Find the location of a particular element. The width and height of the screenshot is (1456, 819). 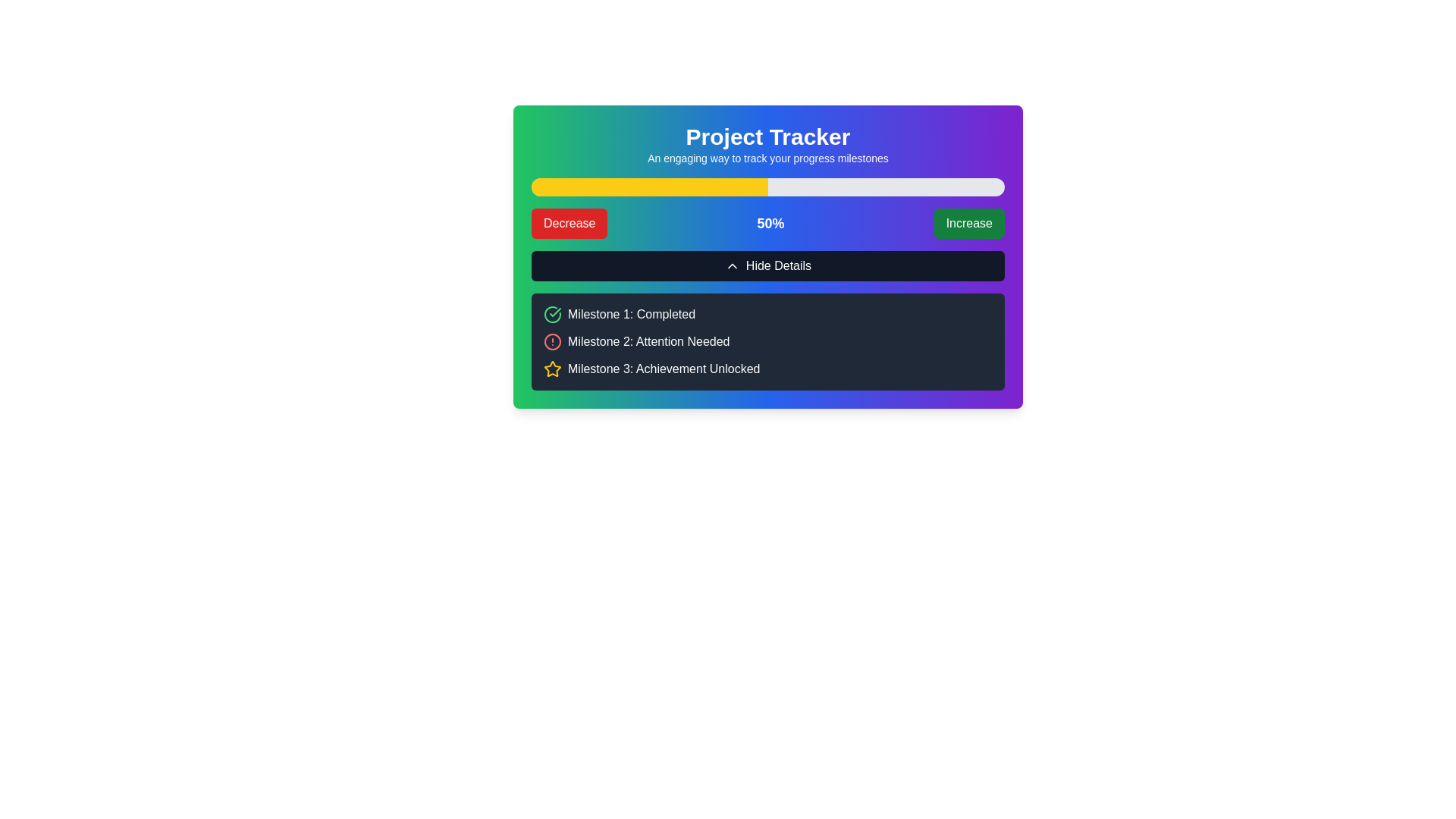

the icon representing 'Milestone 3: Achievement Unlocked' located below the Hide Details button in the bottom section of the interface is located at coordinates (552, 369).